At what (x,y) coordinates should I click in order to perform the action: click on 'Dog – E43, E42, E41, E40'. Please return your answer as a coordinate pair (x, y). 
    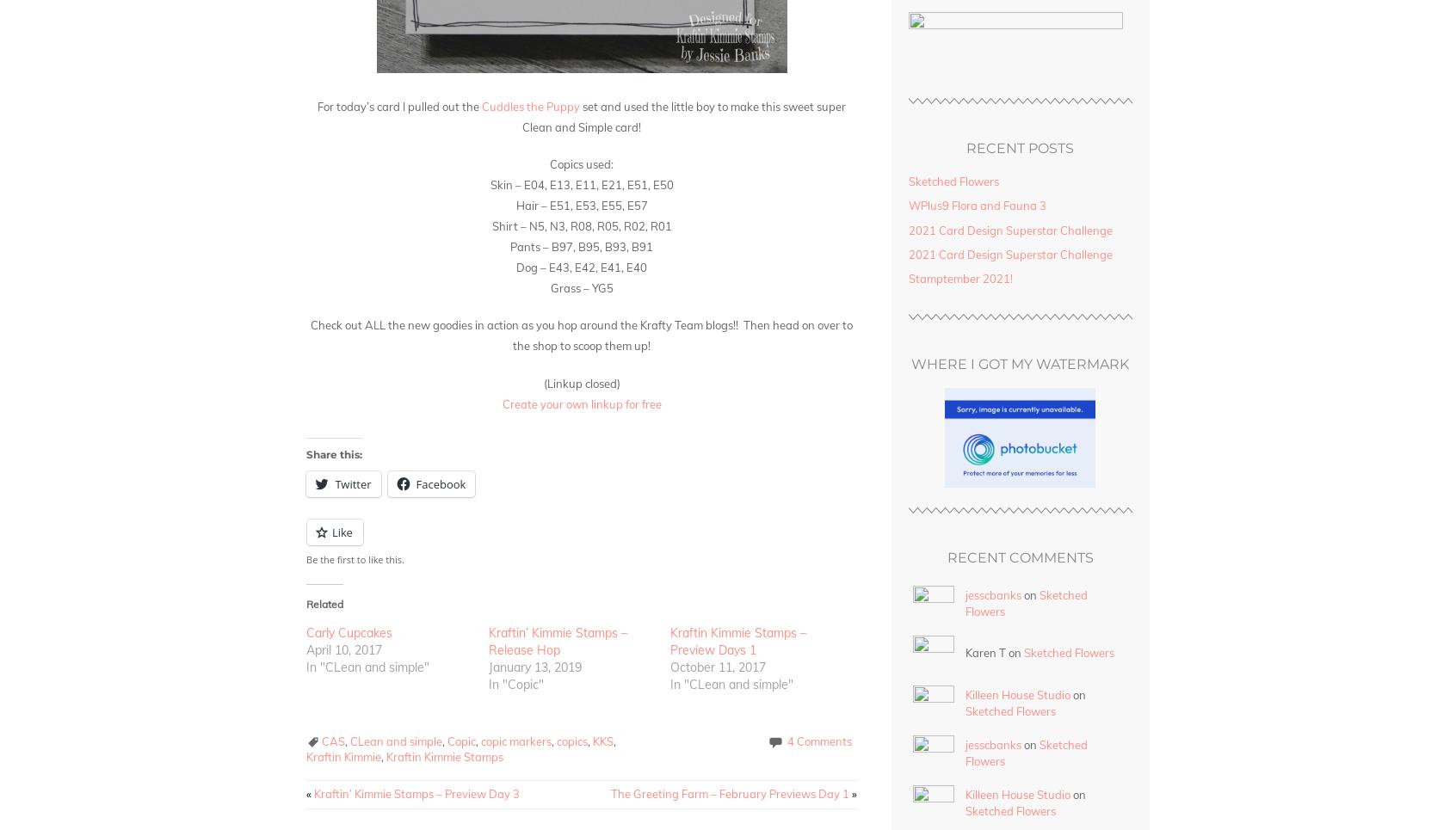
    Looking at the image, I should click on (581, 265).